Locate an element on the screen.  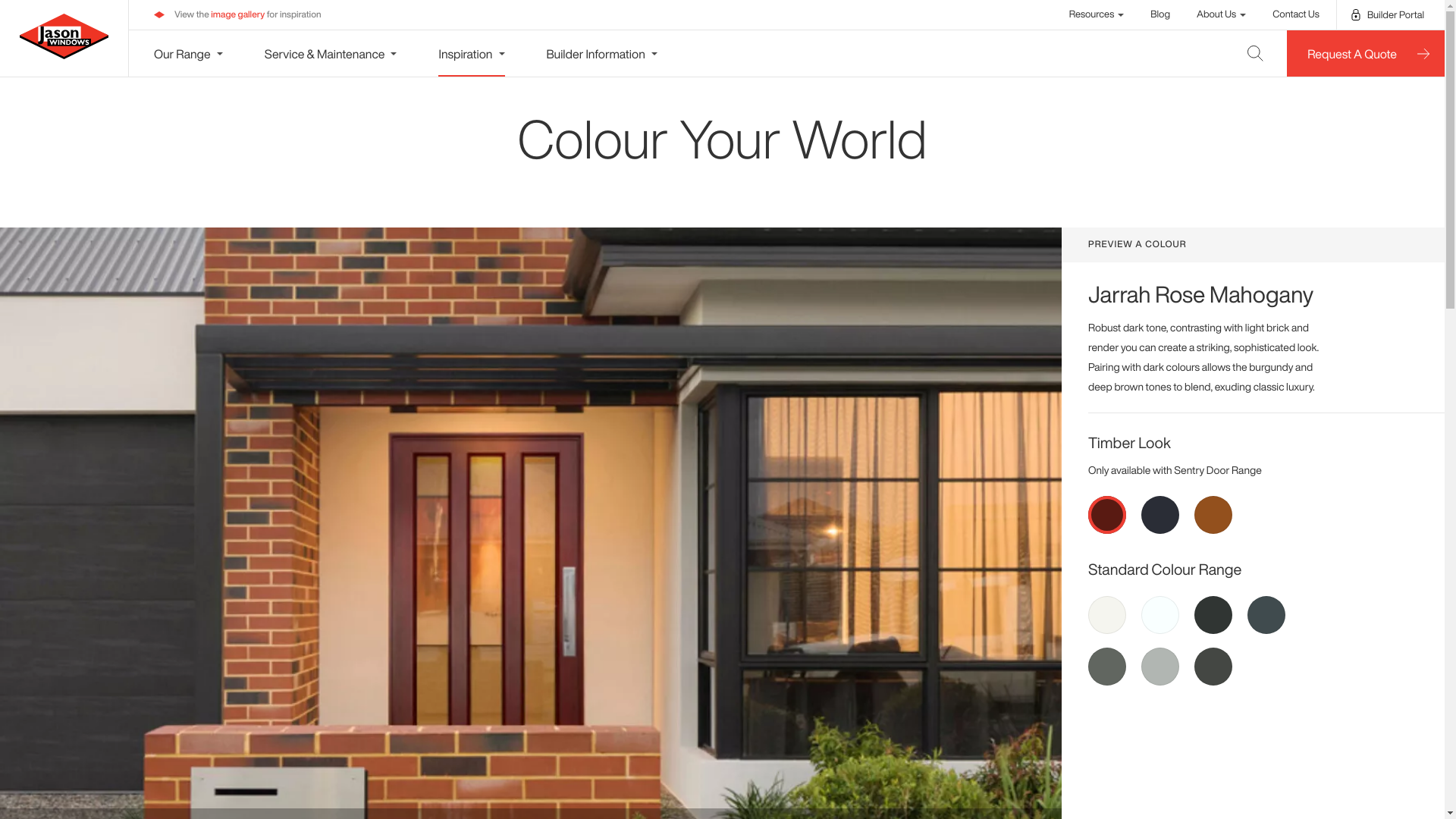
'Contact Us' is located at coordinates (1272, 14).